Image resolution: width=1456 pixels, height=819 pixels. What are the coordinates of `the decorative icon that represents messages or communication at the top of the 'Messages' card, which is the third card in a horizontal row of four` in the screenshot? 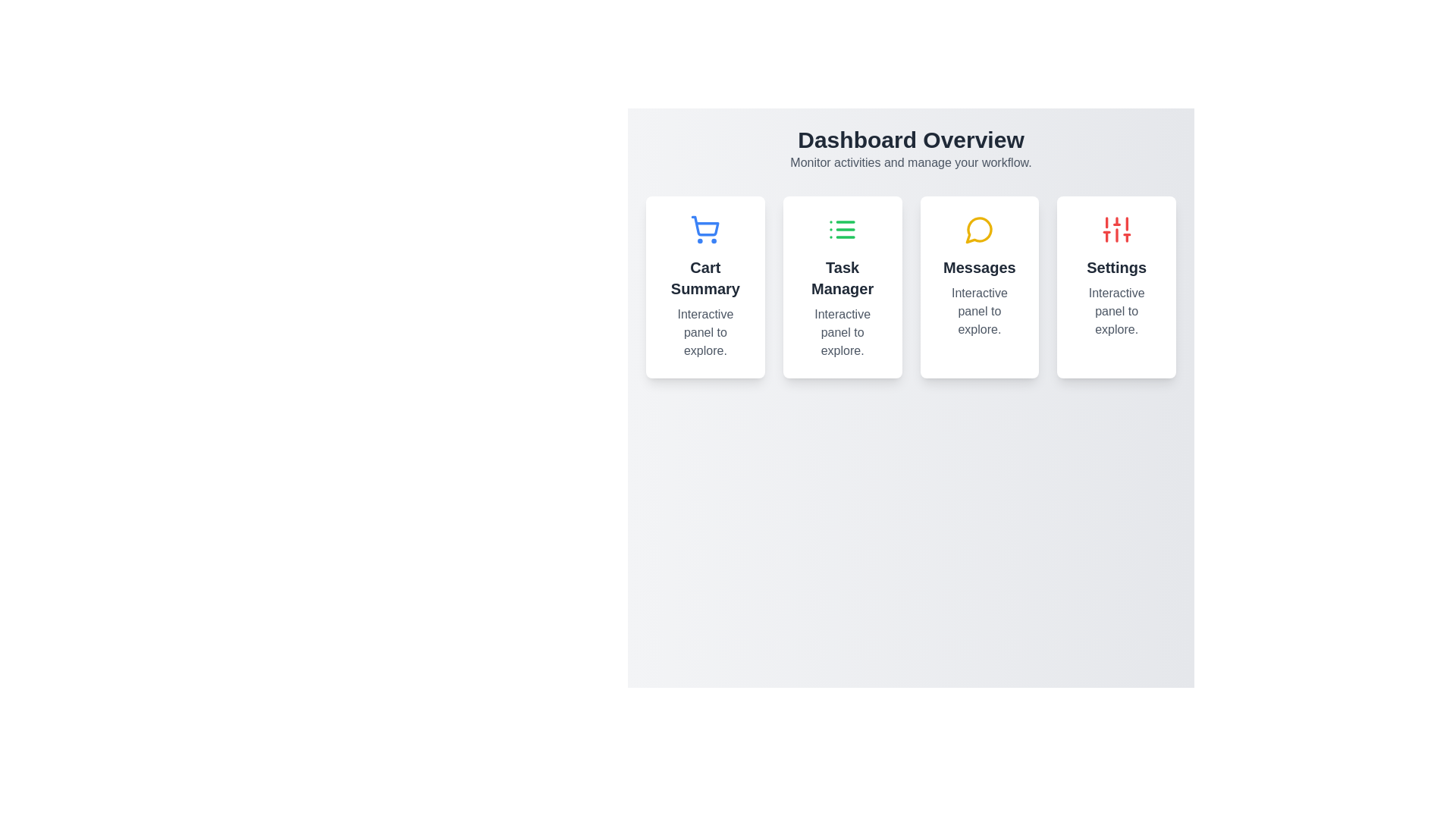 It's located at (979, 230).